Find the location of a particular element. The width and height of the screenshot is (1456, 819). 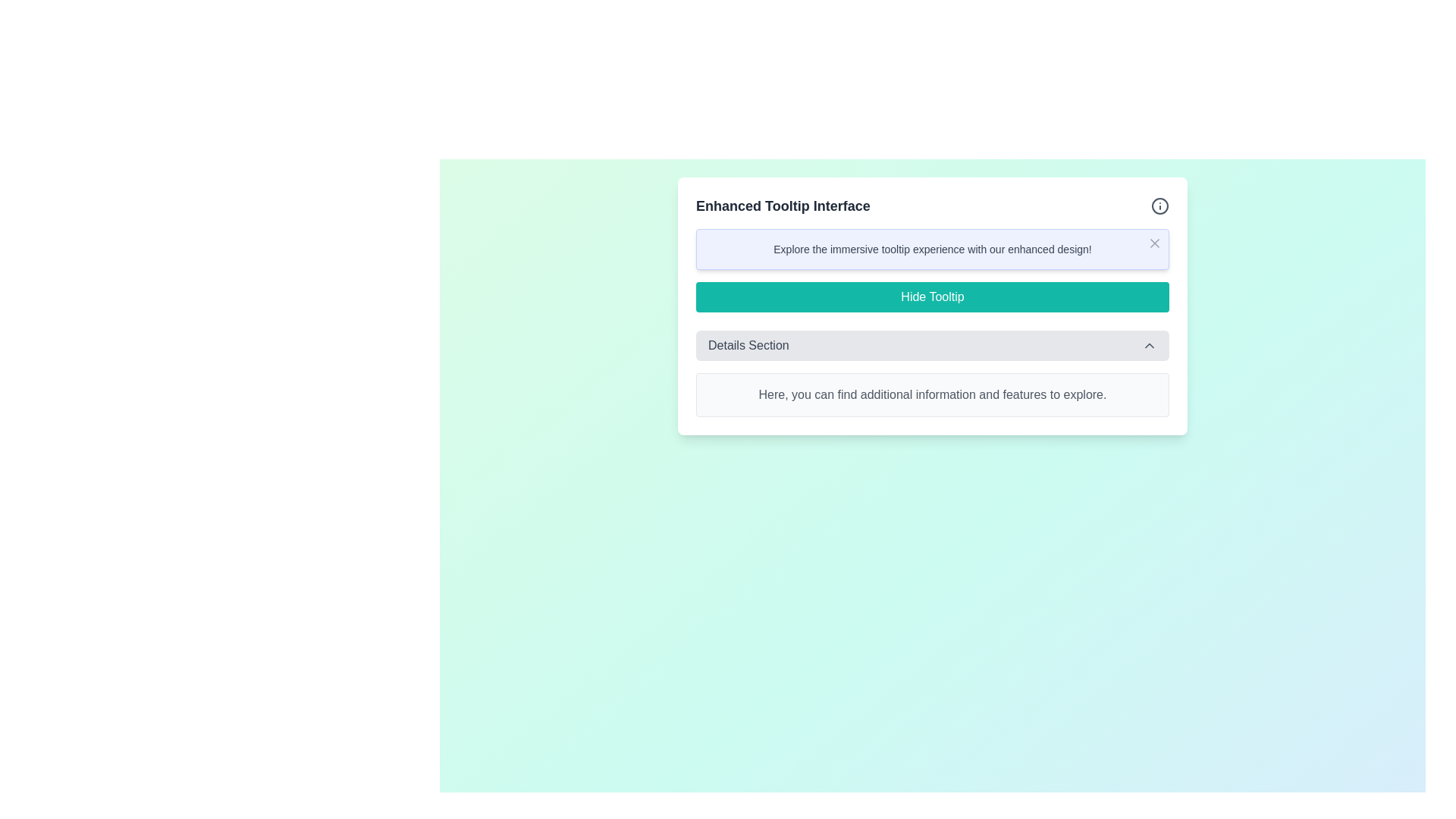

the informational icon ('i') located at the top-right corner of the 'Enhanced Tooltip Interface' section is located at coordinates (1159, 206).